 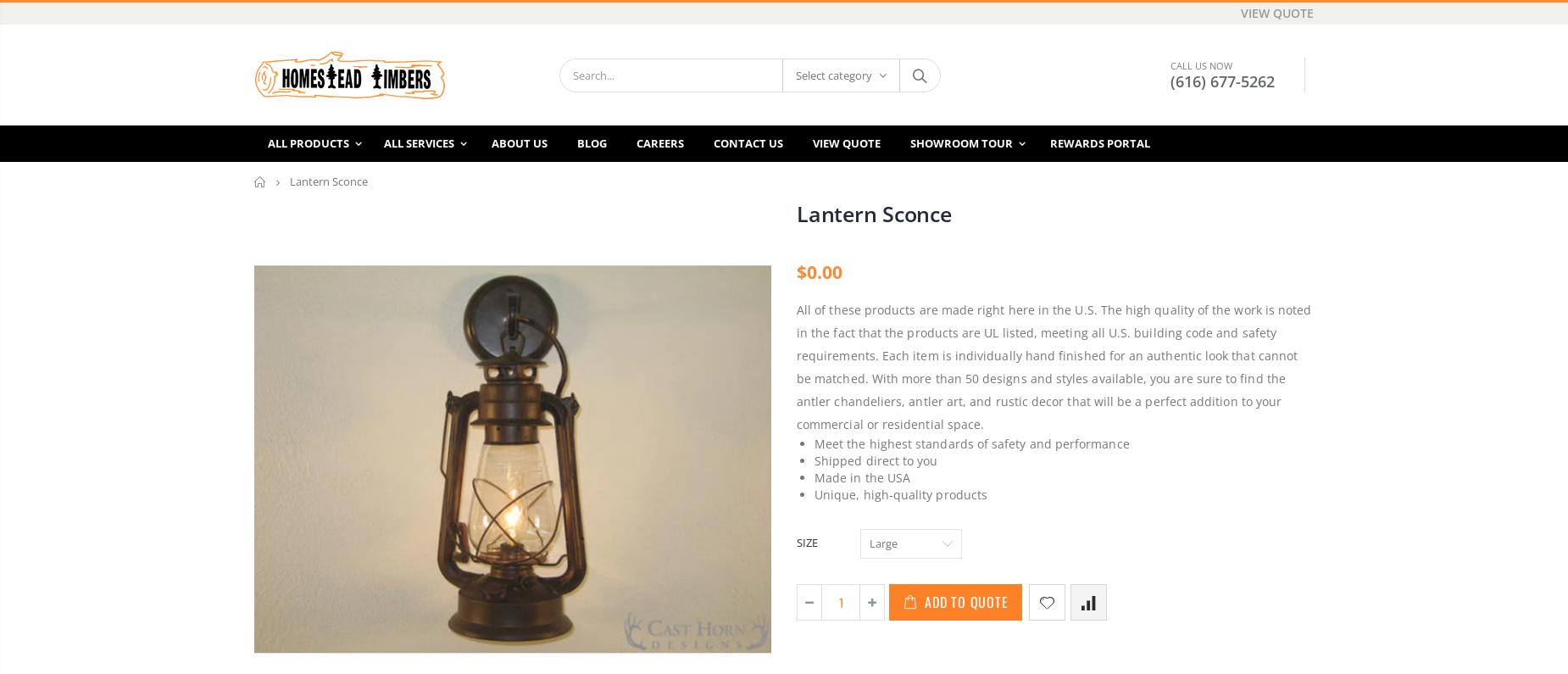 I want to click on 'RECLAIMED LUMBER', so click(x=1038, y=189).